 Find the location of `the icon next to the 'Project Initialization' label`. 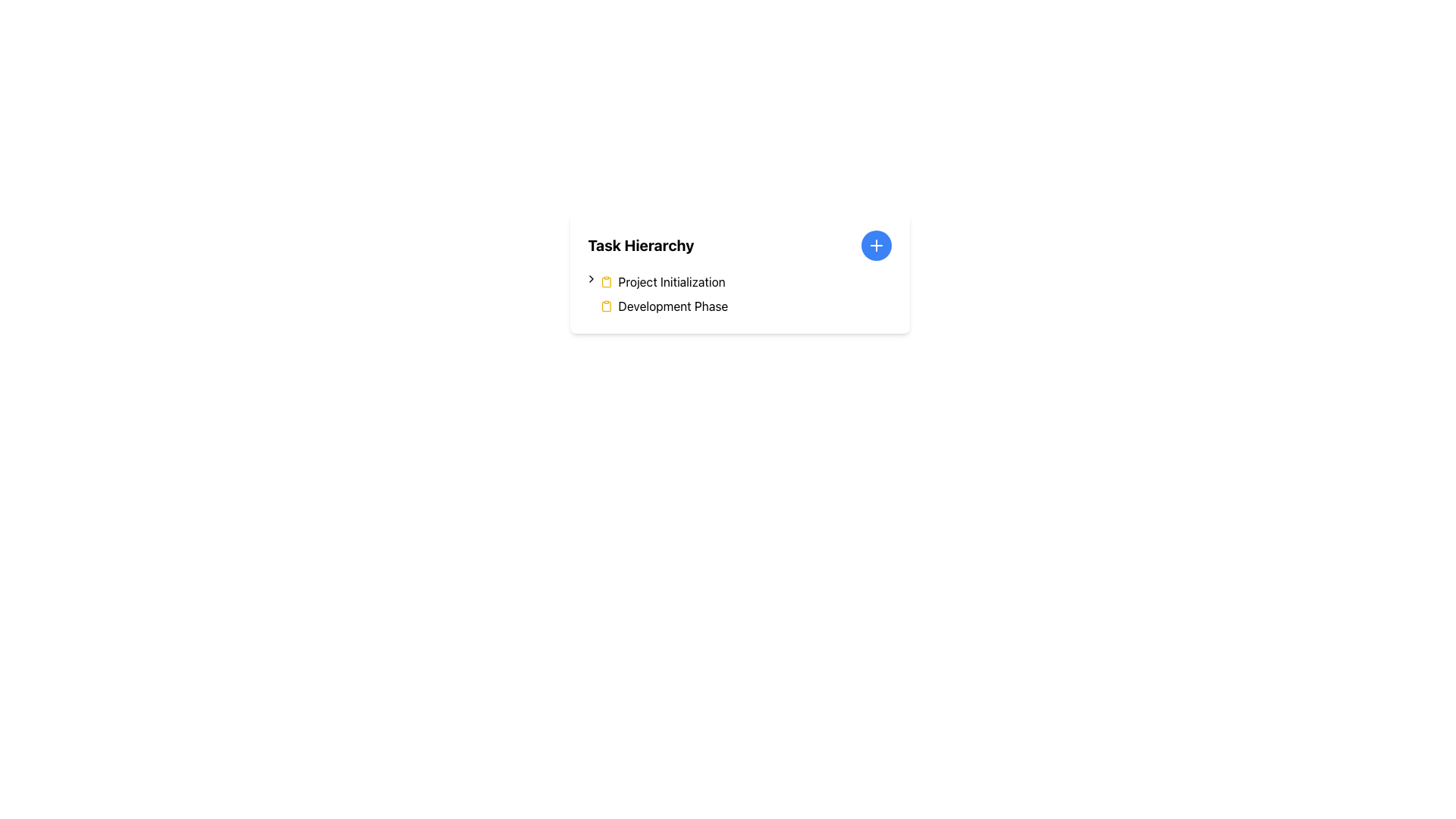

the icon next to the 'Project Initialization' label is located at coordinates (590, 278).